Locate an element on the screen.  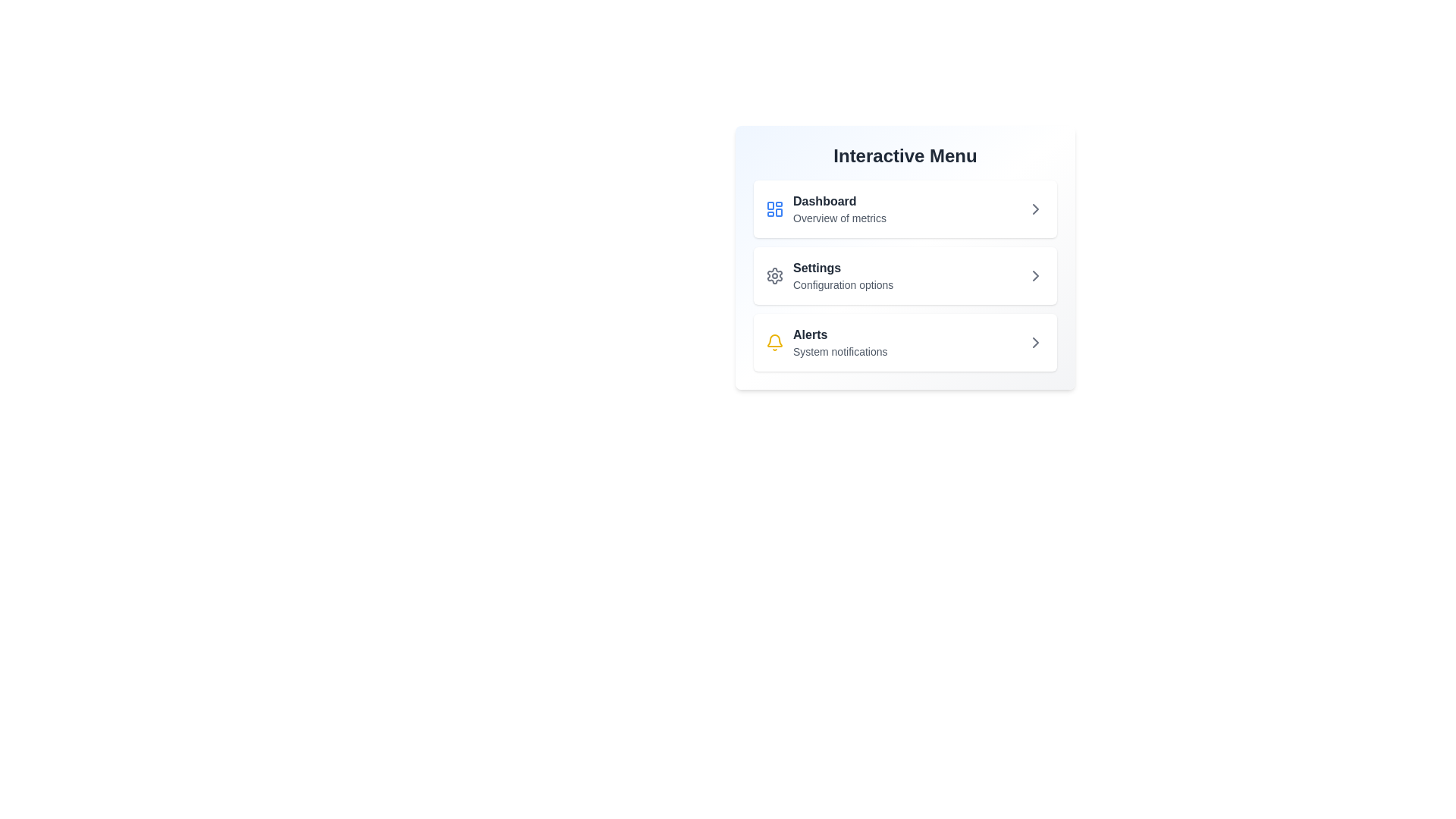
the 'Settings' menu item is located at coordinates (843, 275).